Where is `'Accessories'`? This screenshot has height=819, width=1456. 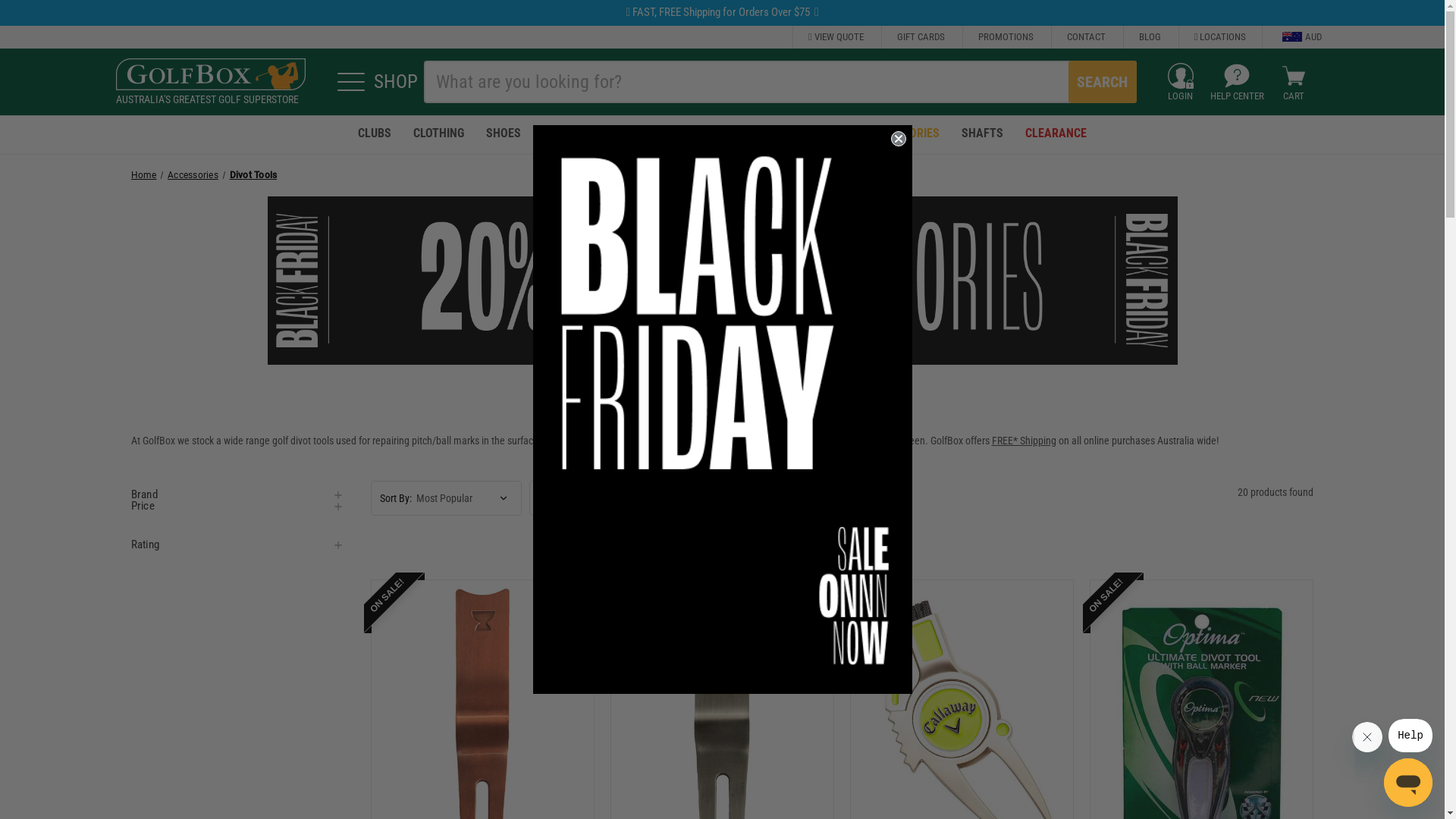
'Accessories' is located at coordinates (192, 174).